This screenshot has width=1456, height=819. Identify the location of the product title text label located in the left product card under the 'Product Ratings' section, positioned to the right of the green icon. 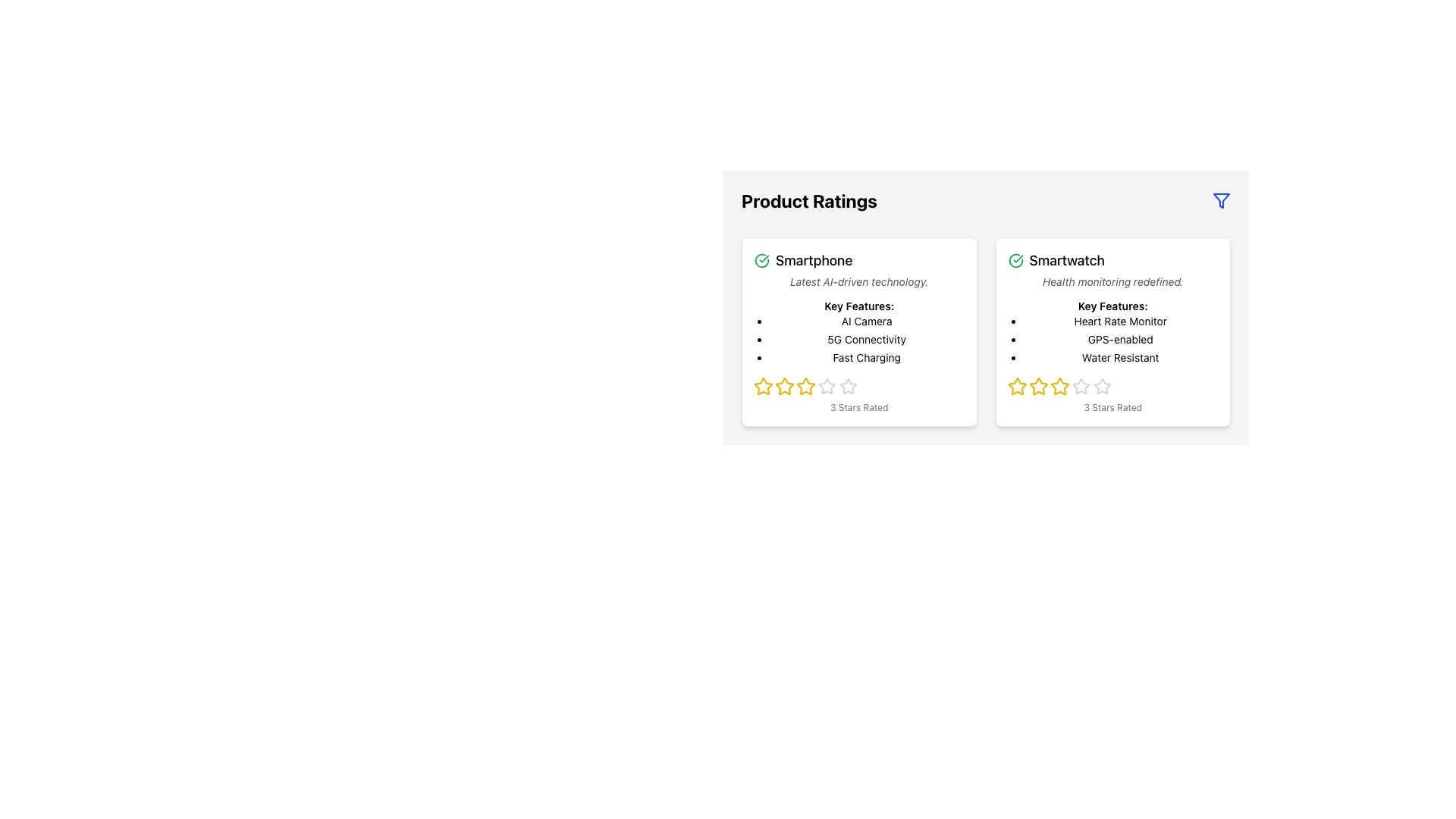
(813, 259).